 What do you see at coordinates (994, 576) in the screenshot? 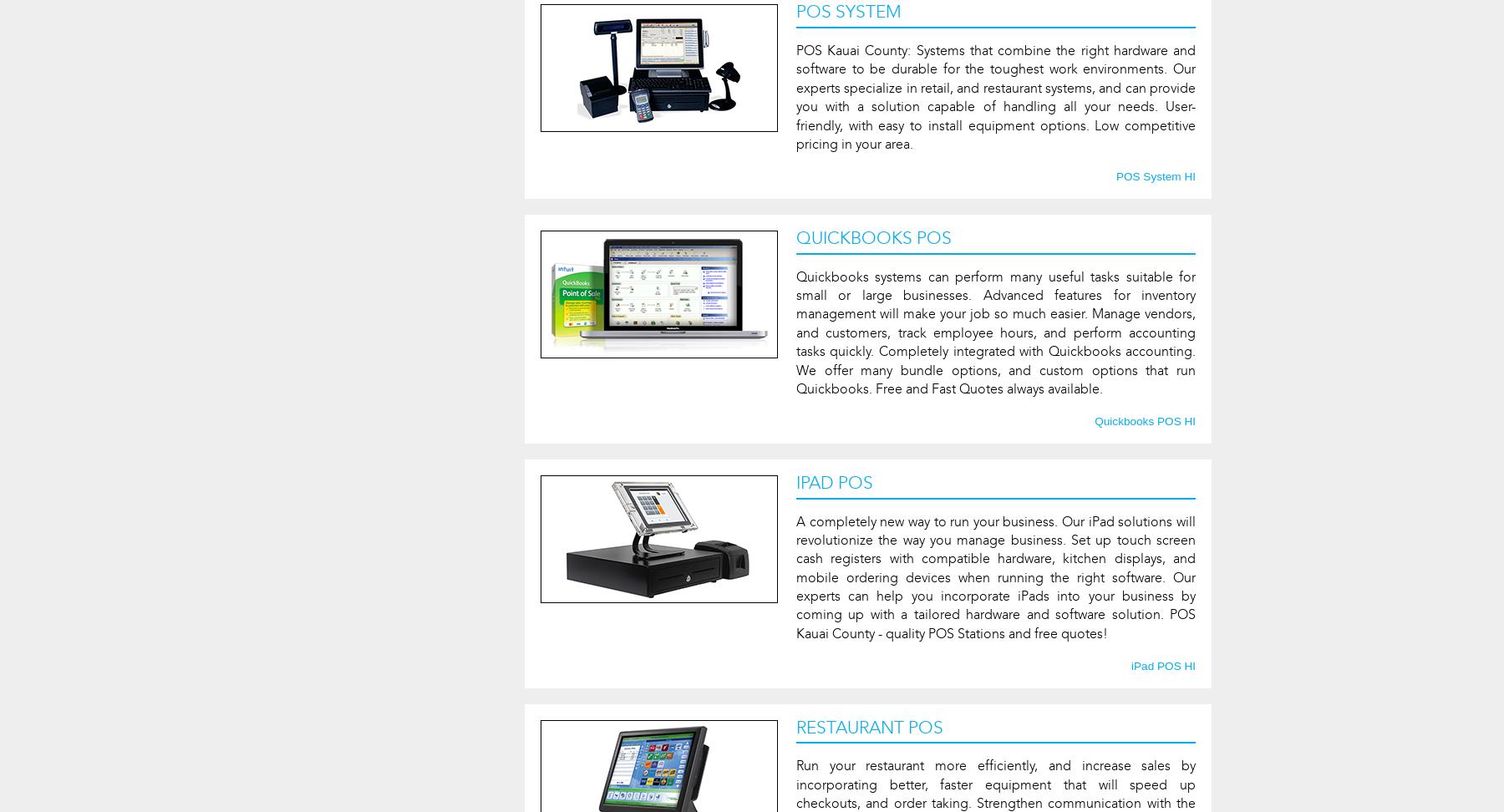
I see `'A completely new way to run your business. Our iPad solutions will revolutionize the way you manage business. Set up touch screen cash registers with compatible hardware, kitchen displays, and mobile ordering devices when running the right software. Our experts can help you incorporate iPads into your business by coming up with a tailored hardware and software solution. POS Kauai County - quality POS Stations and free quotes!'` at bounding box center [994, 576].